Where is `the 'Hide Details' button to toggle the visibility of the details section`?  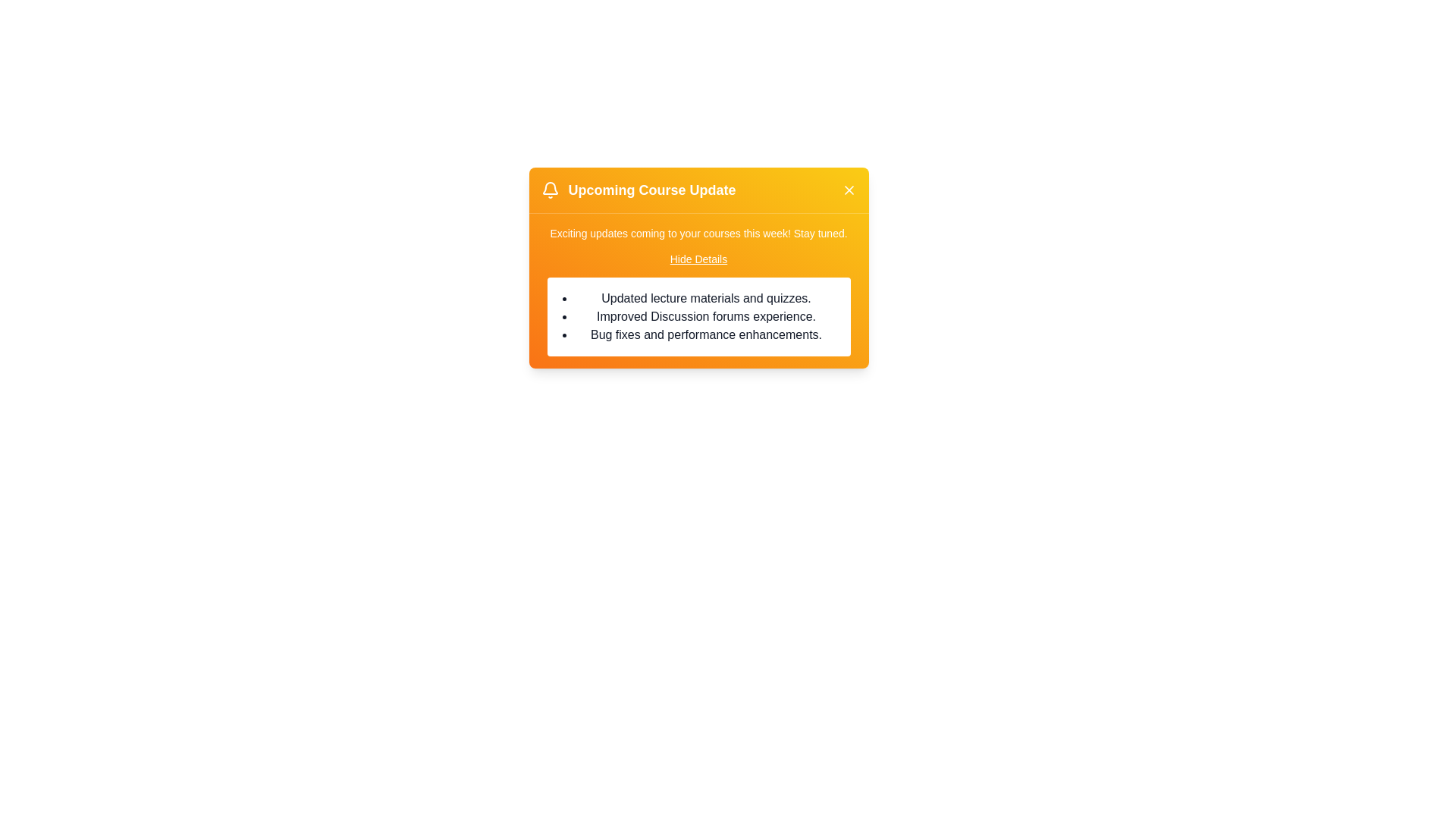
the 'Hide Details' button to toggle the visibility of the details section is located at coordinates (698, 259).